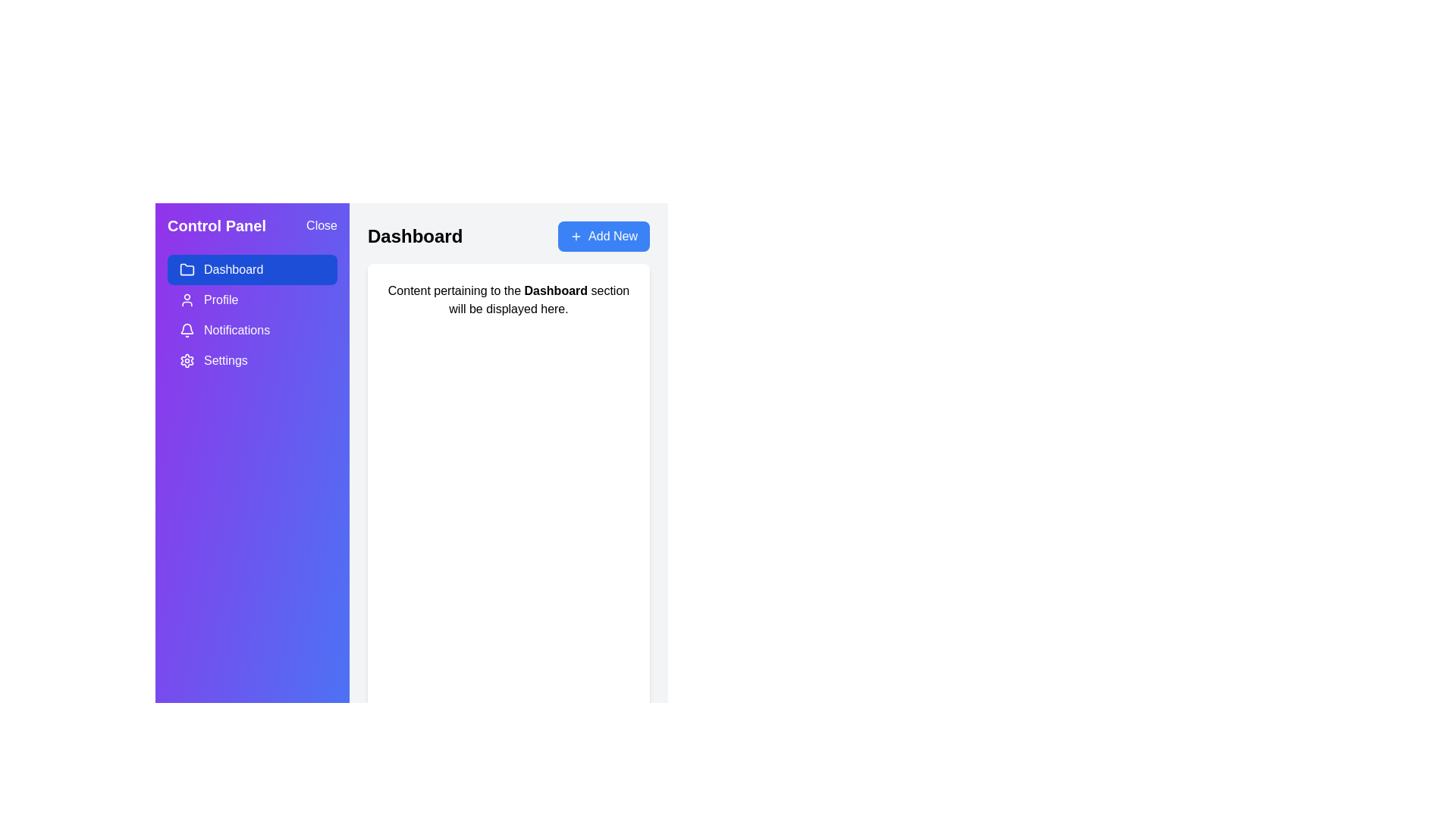 This screenshot has width=1456, height=819. Describe the element at coordinates (252, 300) in the screenshot. I see `the Profile section in the drawer menu` at that location.